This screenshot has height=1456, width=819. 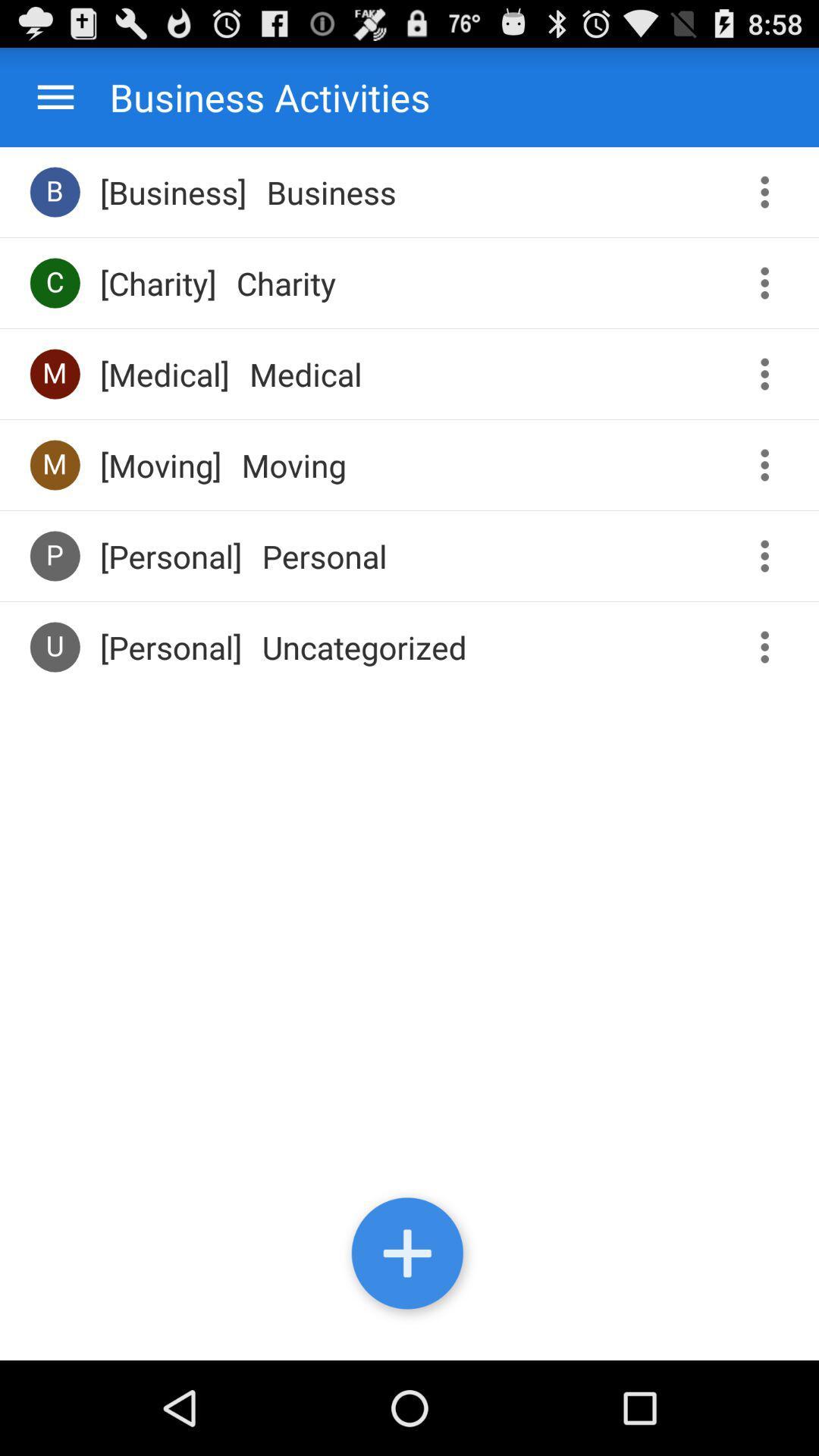 What do you see at coordinates (409, 1257) in the screenshot?
I see `plus icon` at bounding box center [409, 1257].